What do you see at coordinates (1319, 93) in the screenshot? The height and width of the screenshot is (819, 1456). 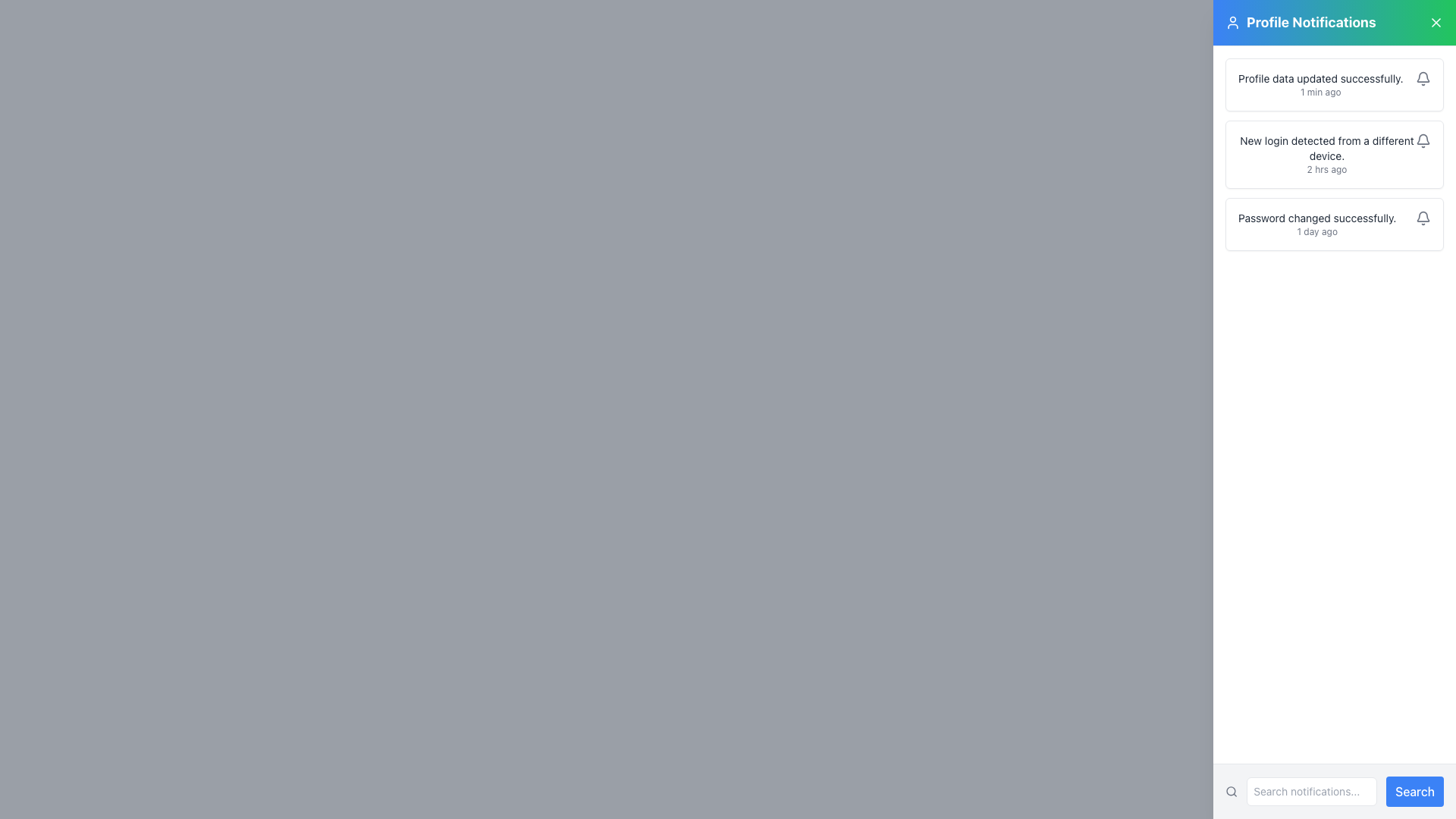 I see `the text label displaying '1 min ago' located below the main message 'Profile data updated successfully.' in the topmost notification card within the 'Profile Notifications' section` at bounding box center [1319, 93].